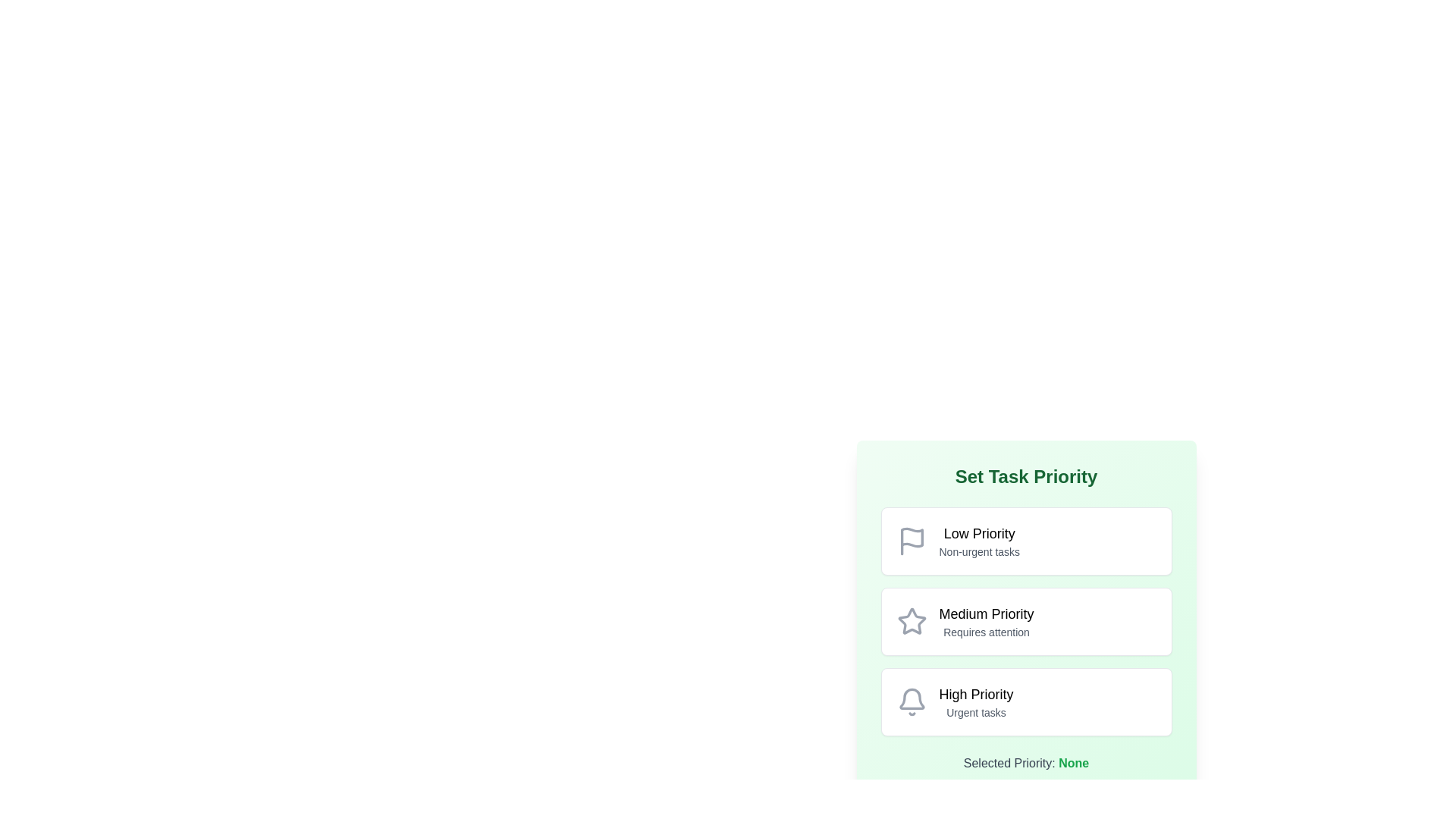  I want to click on the star icon representing 'Medium Priority' that is outlined in light gray and has a hollow center, so click(911, 622).